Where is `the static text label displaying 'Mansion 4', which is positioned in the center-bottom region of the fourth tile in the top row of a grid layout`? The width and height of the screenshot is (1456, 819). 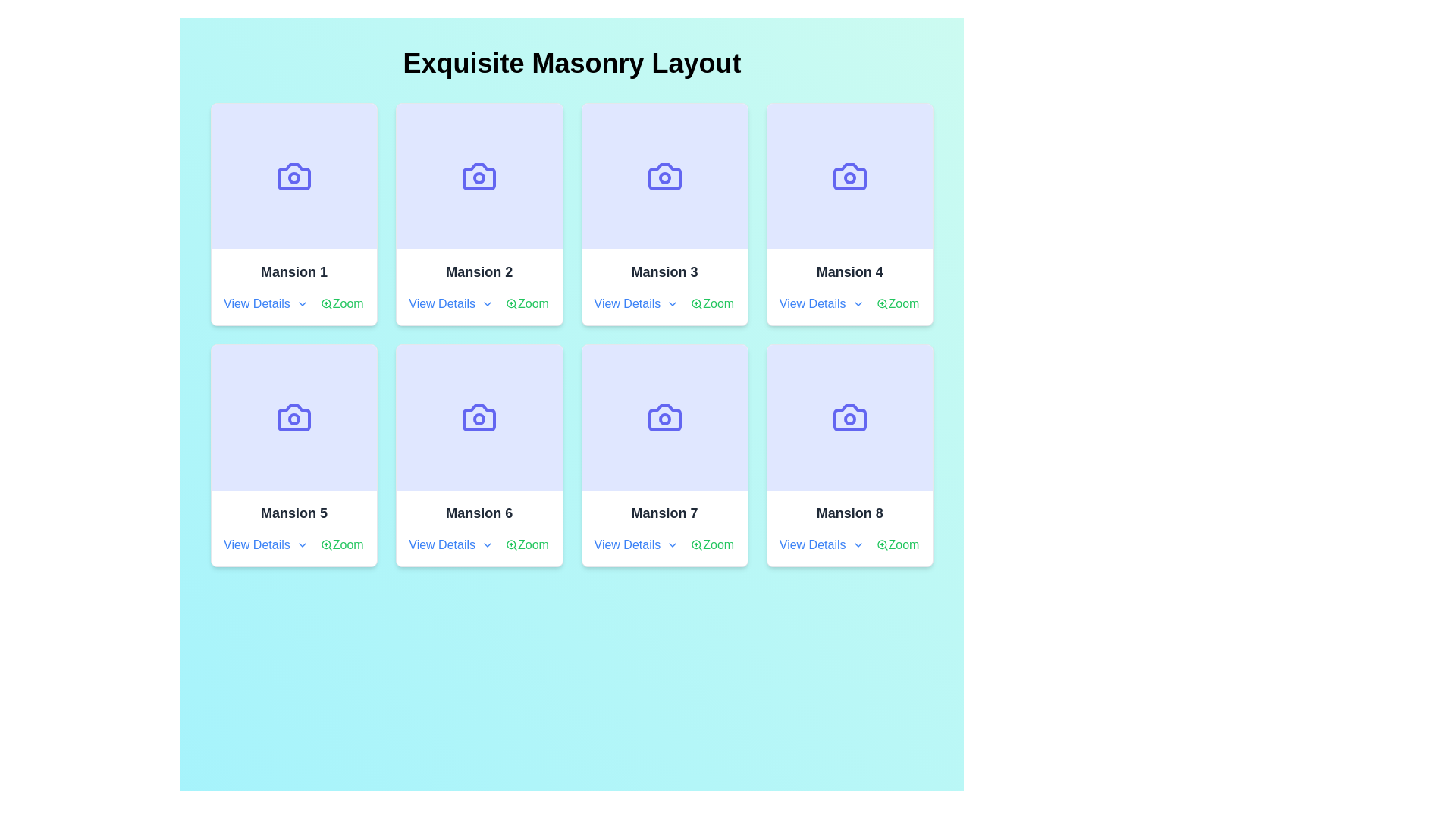 the static text label displaying 'Mansion 4', which is positioned in the center-bottom region of the fourth tile in the top row of a grid layout is located at coordinates (849, 271).